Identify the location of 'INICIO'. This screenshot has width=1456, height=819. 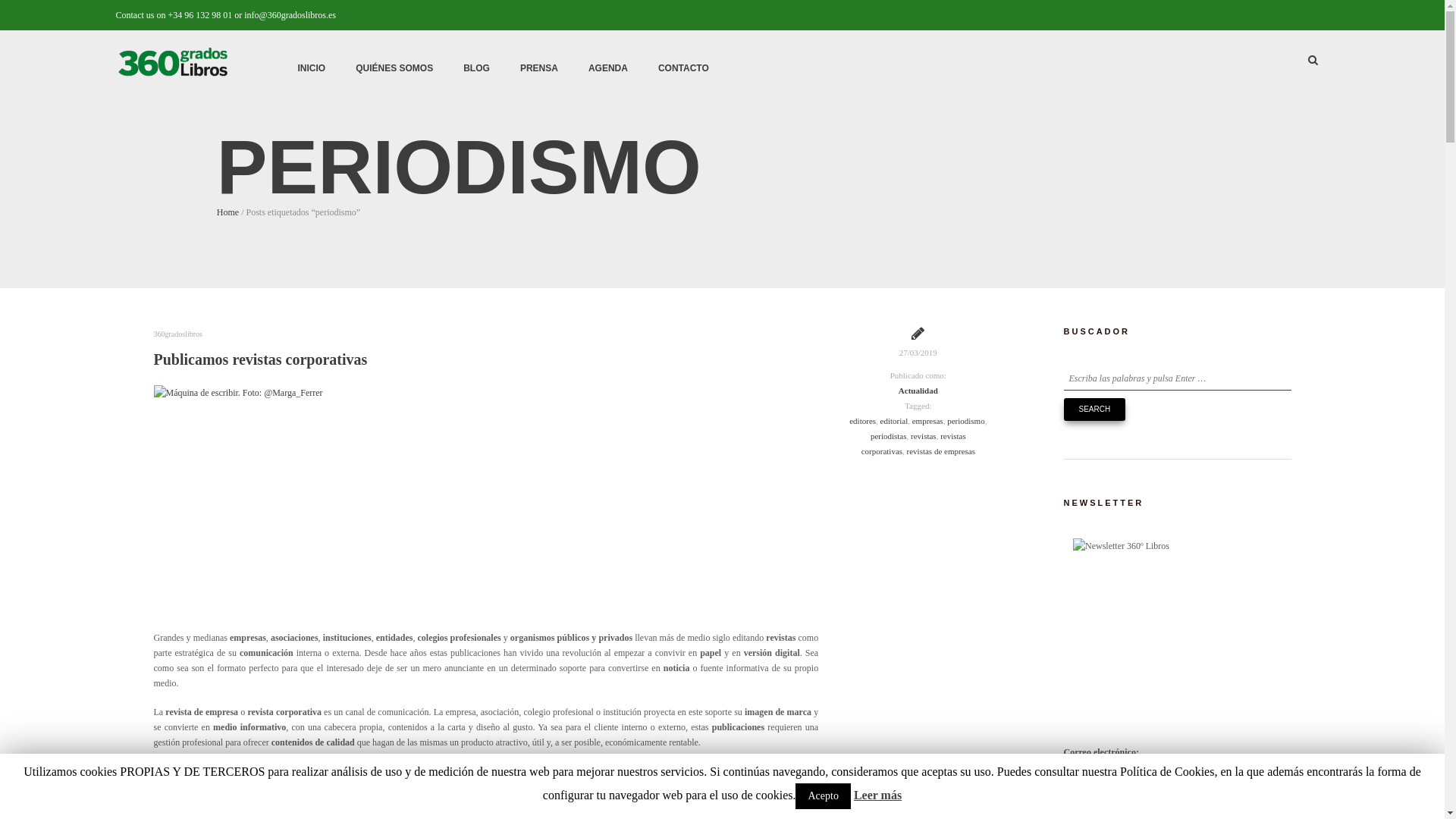
(310, 67).